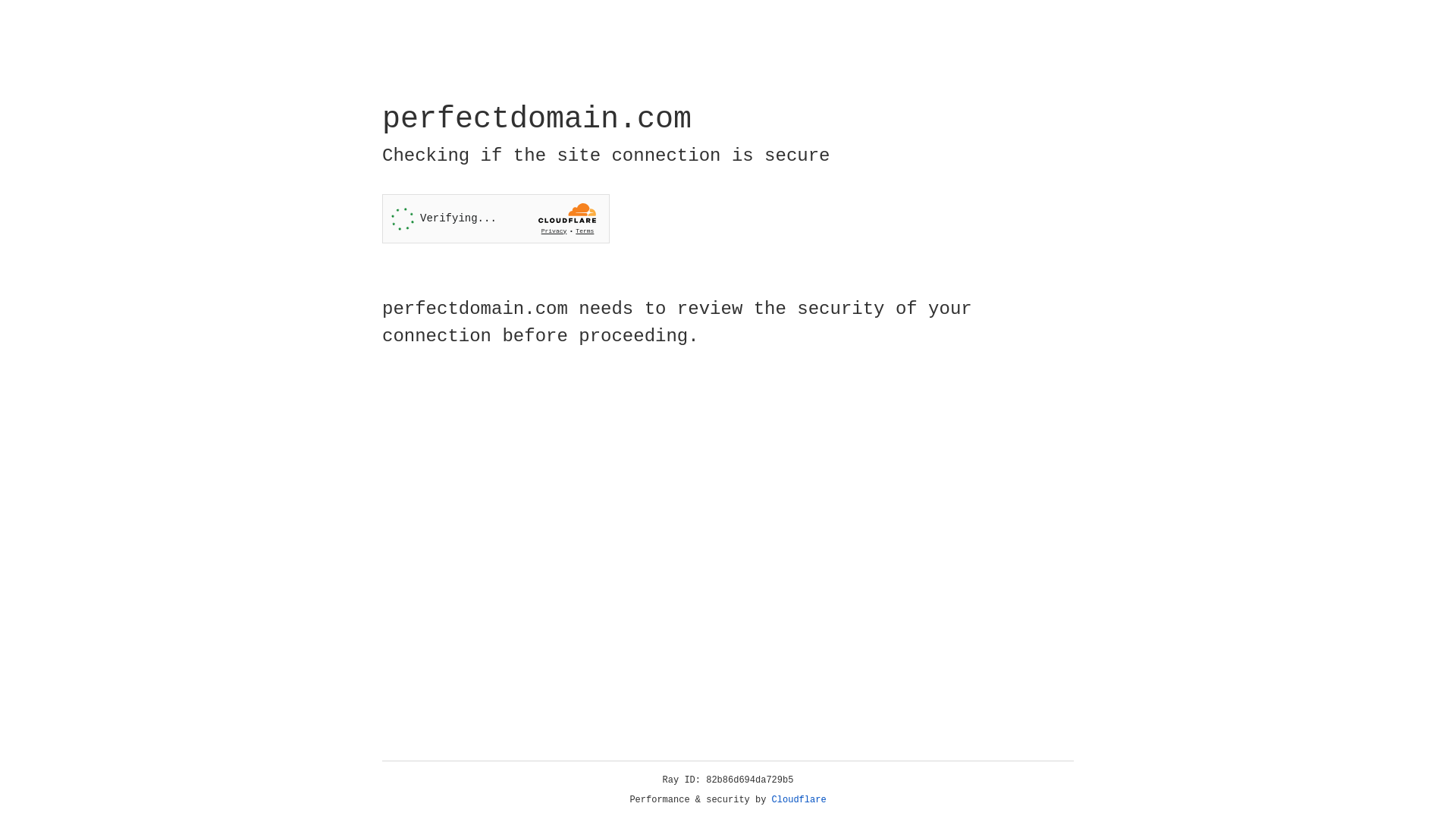 This screenshot has width=1456, height=819. Describe the element at coordinates (495, 218) in the screenshot. I see `'Widget containing a Cloudflare security challenge'` at that location.